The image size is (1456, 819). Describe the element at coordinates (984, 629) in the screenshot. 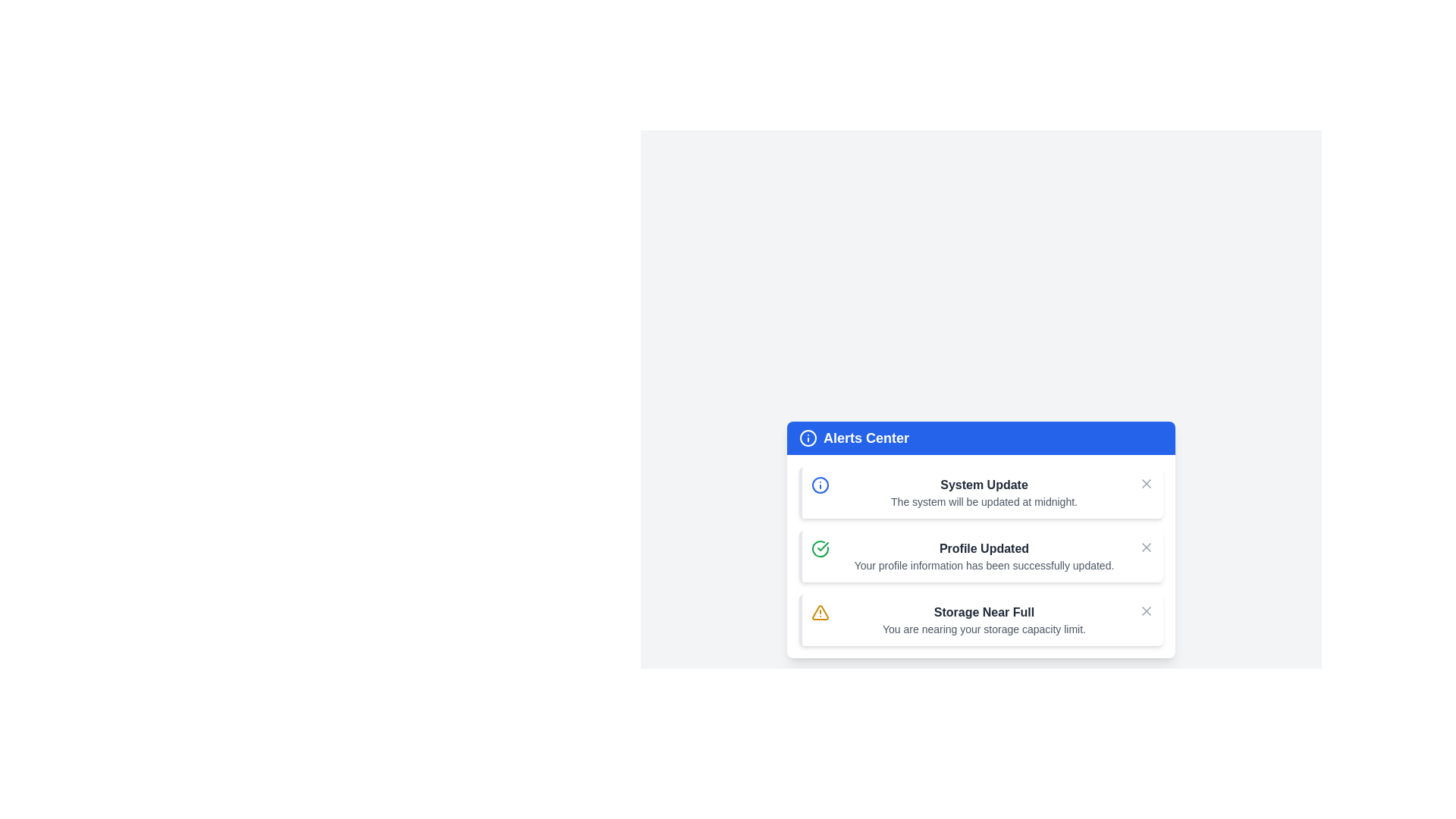

I see `the text label reading 'You are nearing your storage capacity limit.' located under the bold heading 'Storage Near Full' in the third notification card of the 'Alerts Center' panel` at that location.